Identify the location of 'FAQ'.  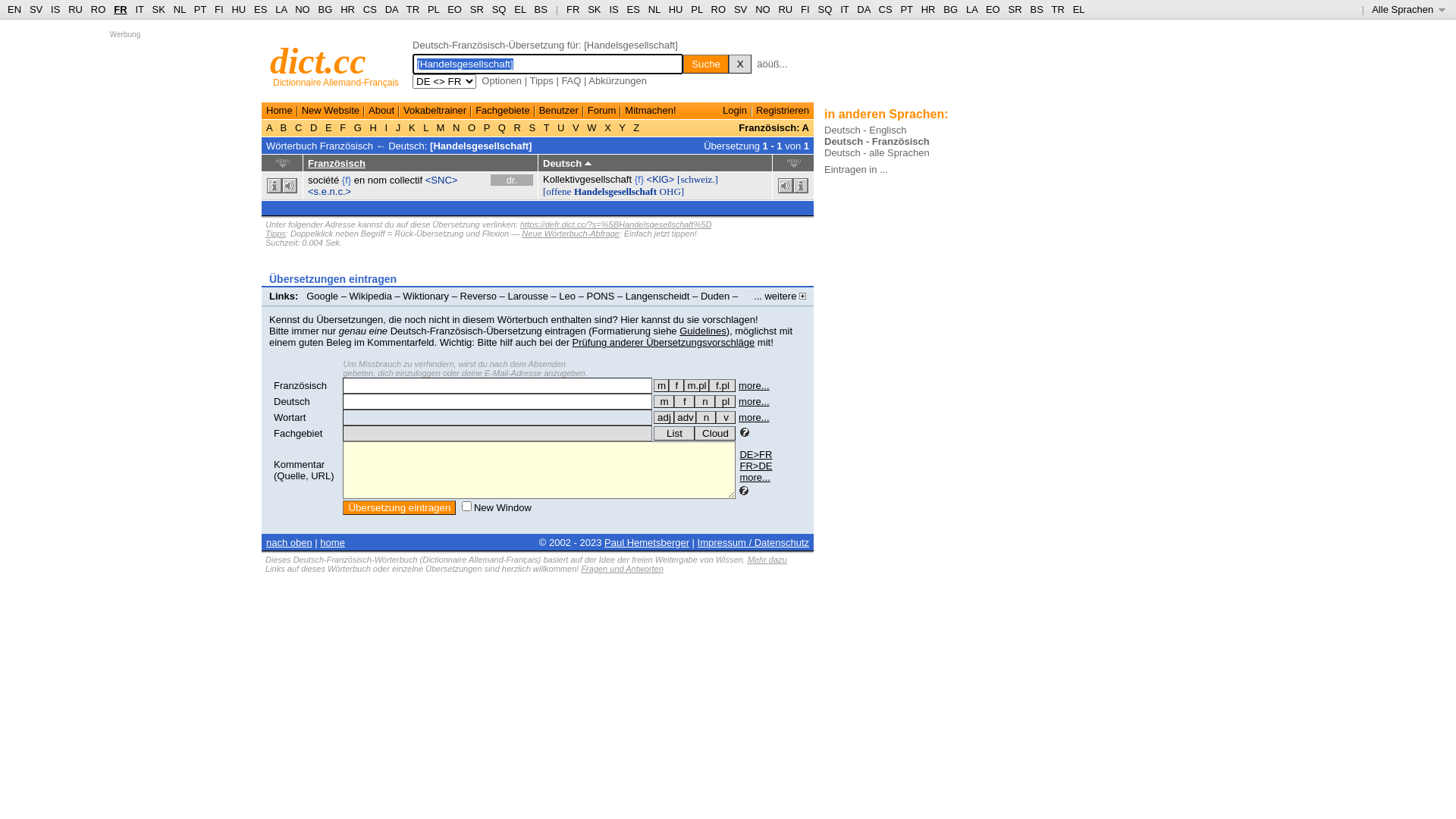
(560, 80).